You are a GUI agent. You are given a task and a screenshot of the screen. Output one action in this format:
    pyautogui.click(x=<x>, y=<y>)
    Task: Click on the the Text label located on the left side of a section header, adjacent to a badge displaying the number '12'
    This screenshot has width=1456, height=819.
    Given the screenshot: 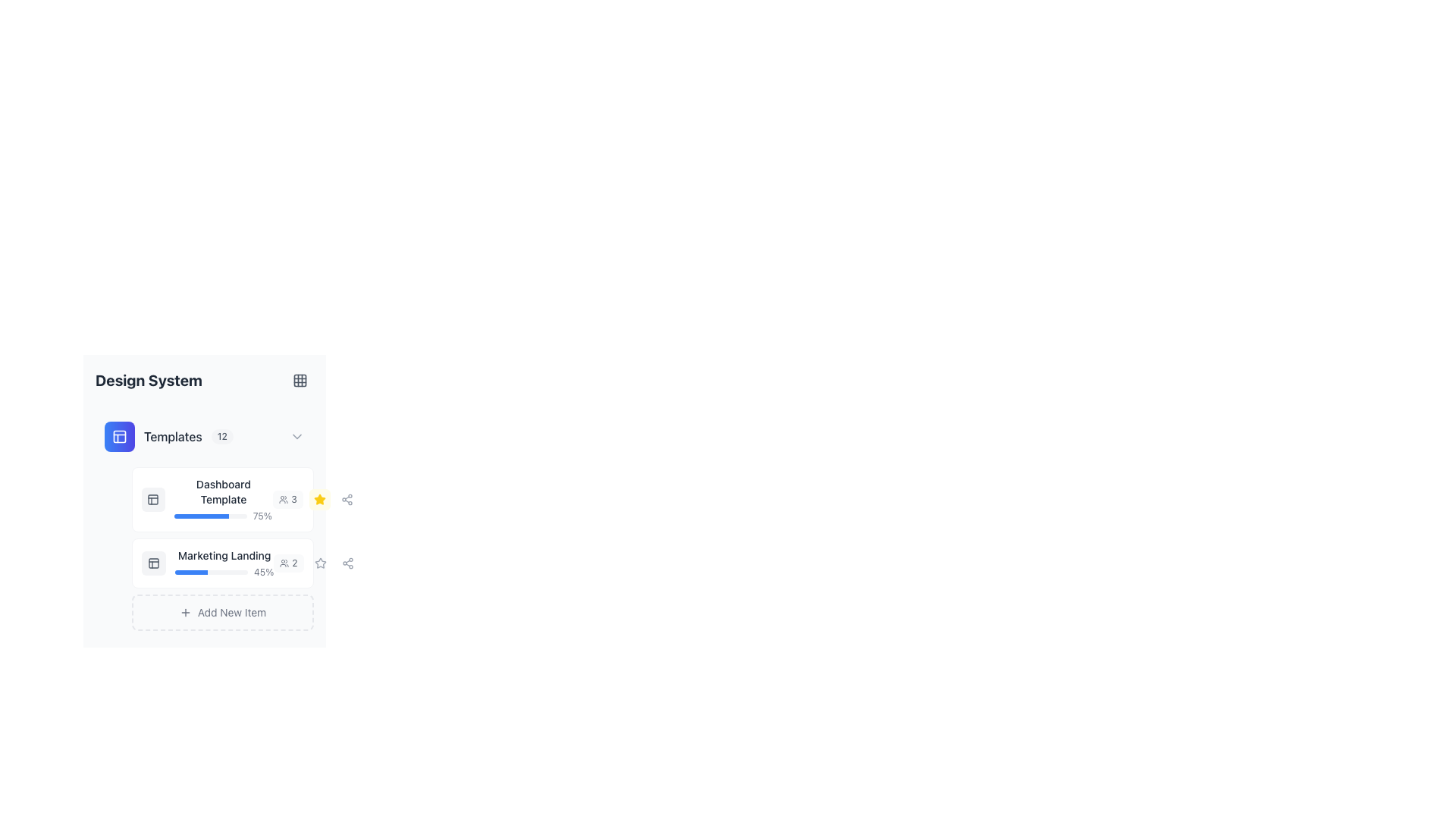 What is the action you would take?
    pyautogui.click(x=173, y=436)
    